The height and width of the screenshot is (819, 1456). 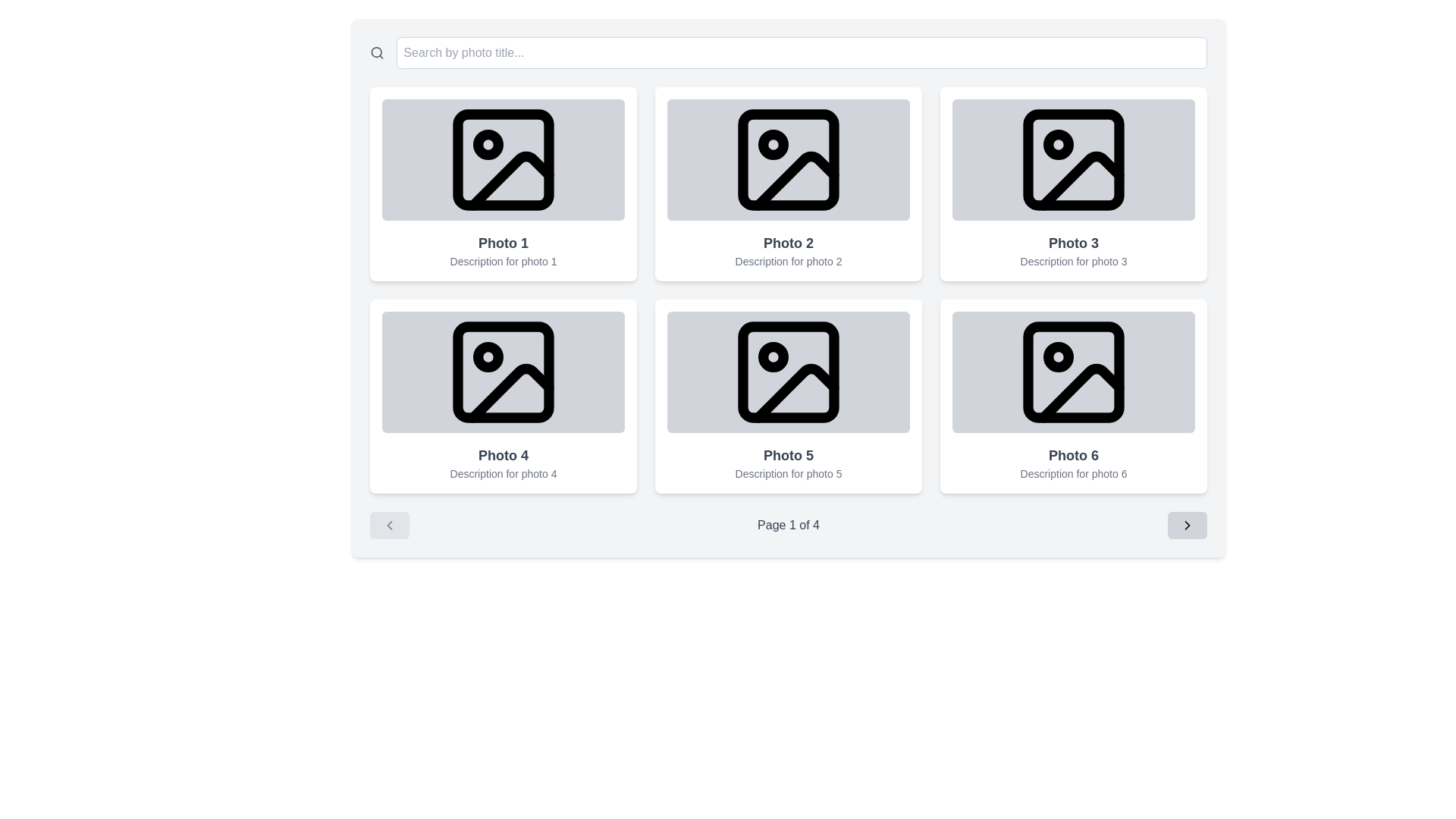 I want to click on the graphical detail represented by the circle in the upper left area of the 'Photo 4' image icon located in the bottom-left section of the image grid, so click(x=488, y=356).